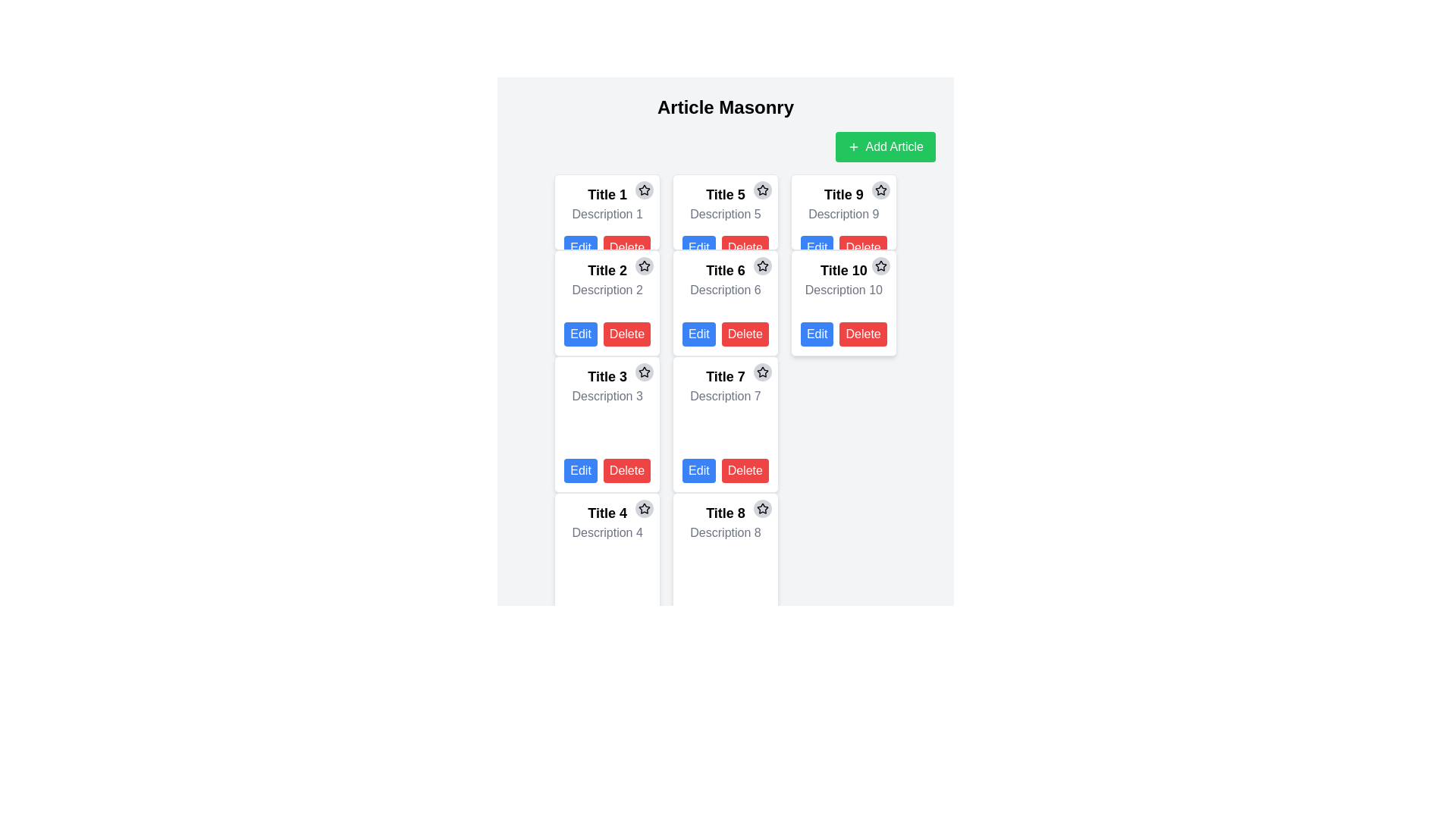  What do you see at coordinates (880, 189) in the screenshot?
I see `the star-shaped icon outlined with a thin stroke located in the top-right corner of the card labeled 'Title 10'` at bounding box center [880, 189].